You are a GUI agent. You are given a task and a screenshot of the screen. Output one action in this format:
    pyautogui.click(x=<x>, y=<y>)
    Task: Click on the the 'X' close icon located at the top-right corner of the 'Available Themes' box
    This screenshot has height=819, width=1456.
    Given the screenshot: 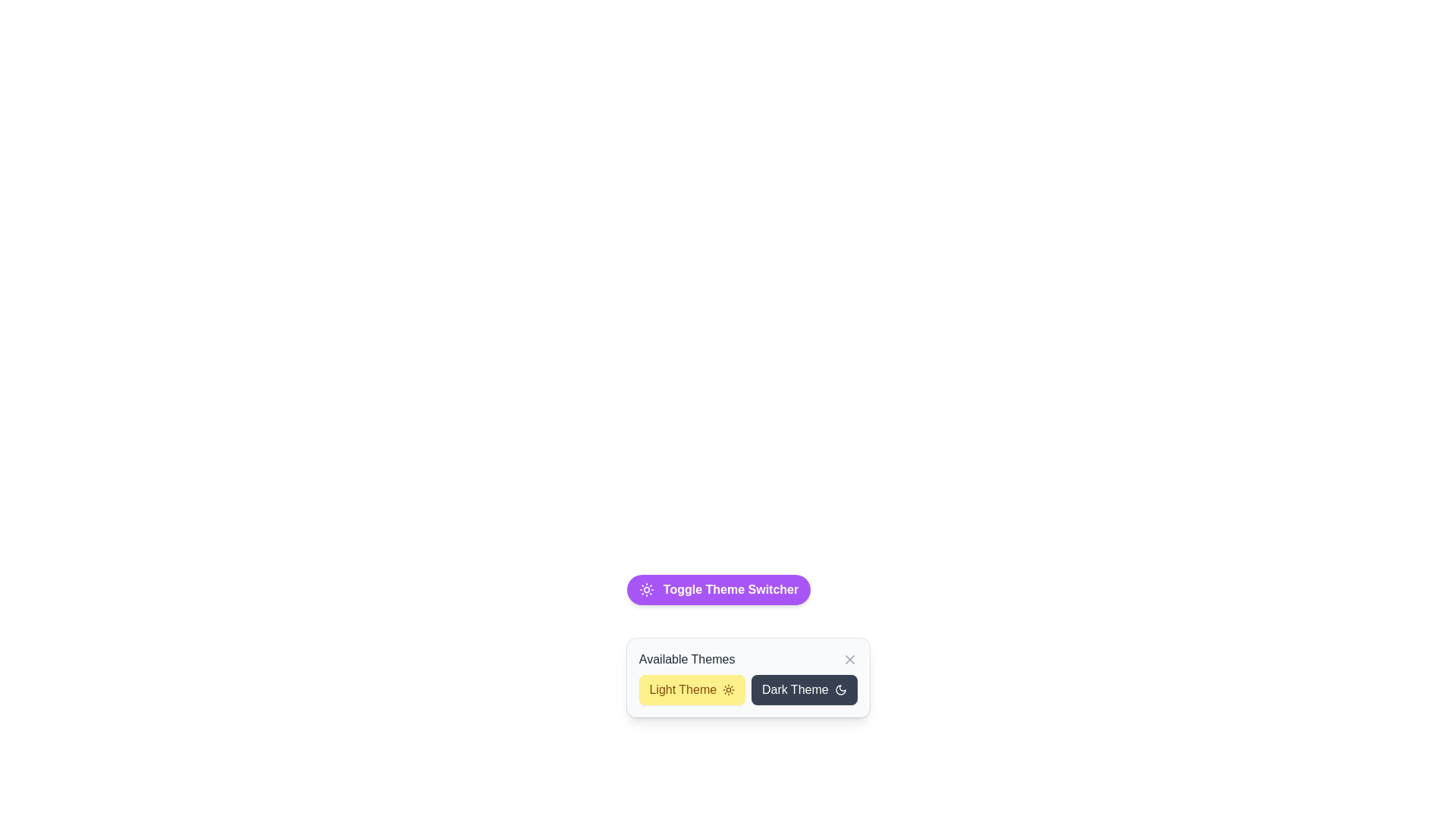 What is the action you would take?
    pyautogui.click(x=849, y=659)
    